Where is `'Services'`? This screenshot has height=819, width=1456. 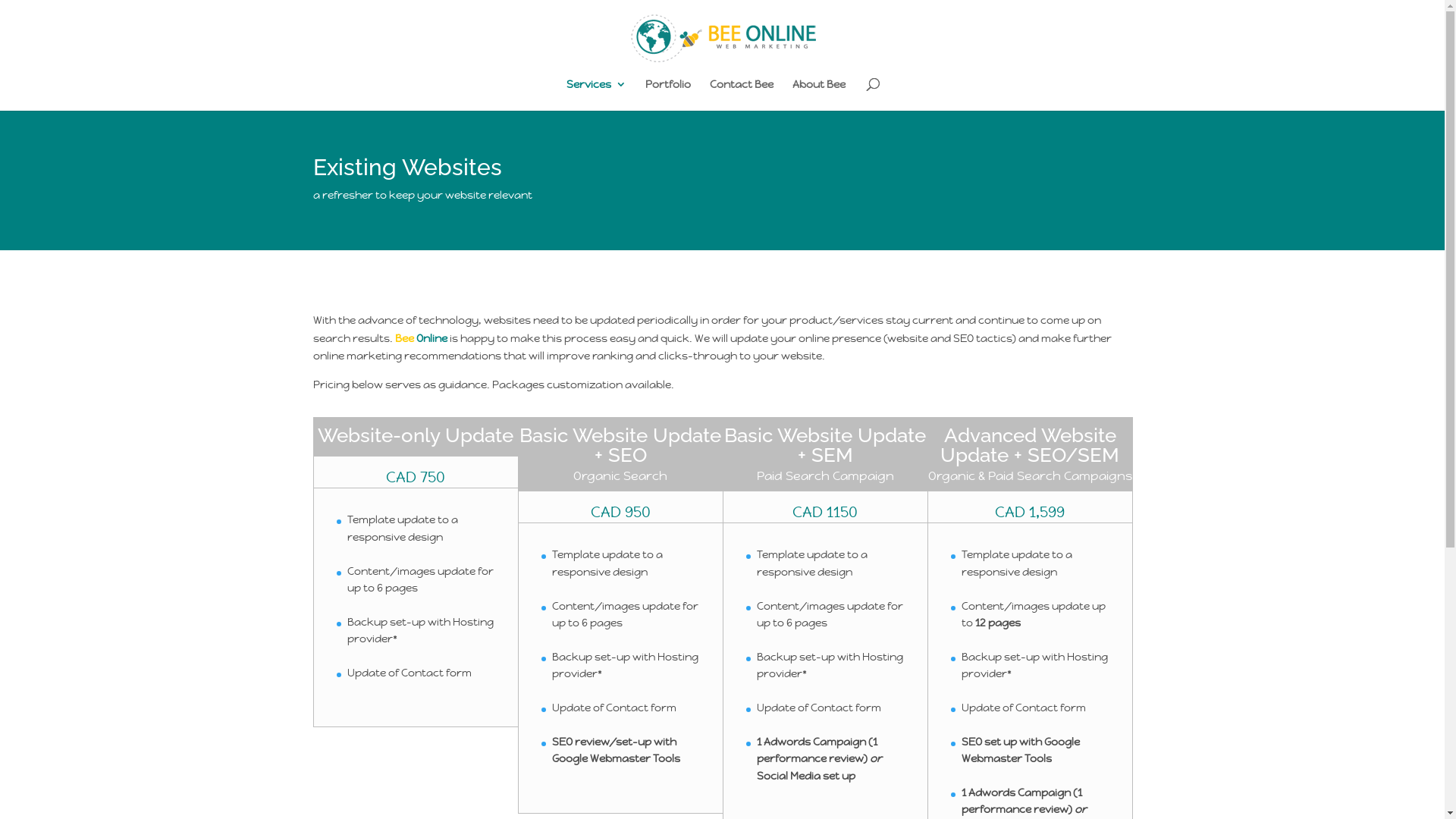 'Services' is located at coordinates (595, 94).